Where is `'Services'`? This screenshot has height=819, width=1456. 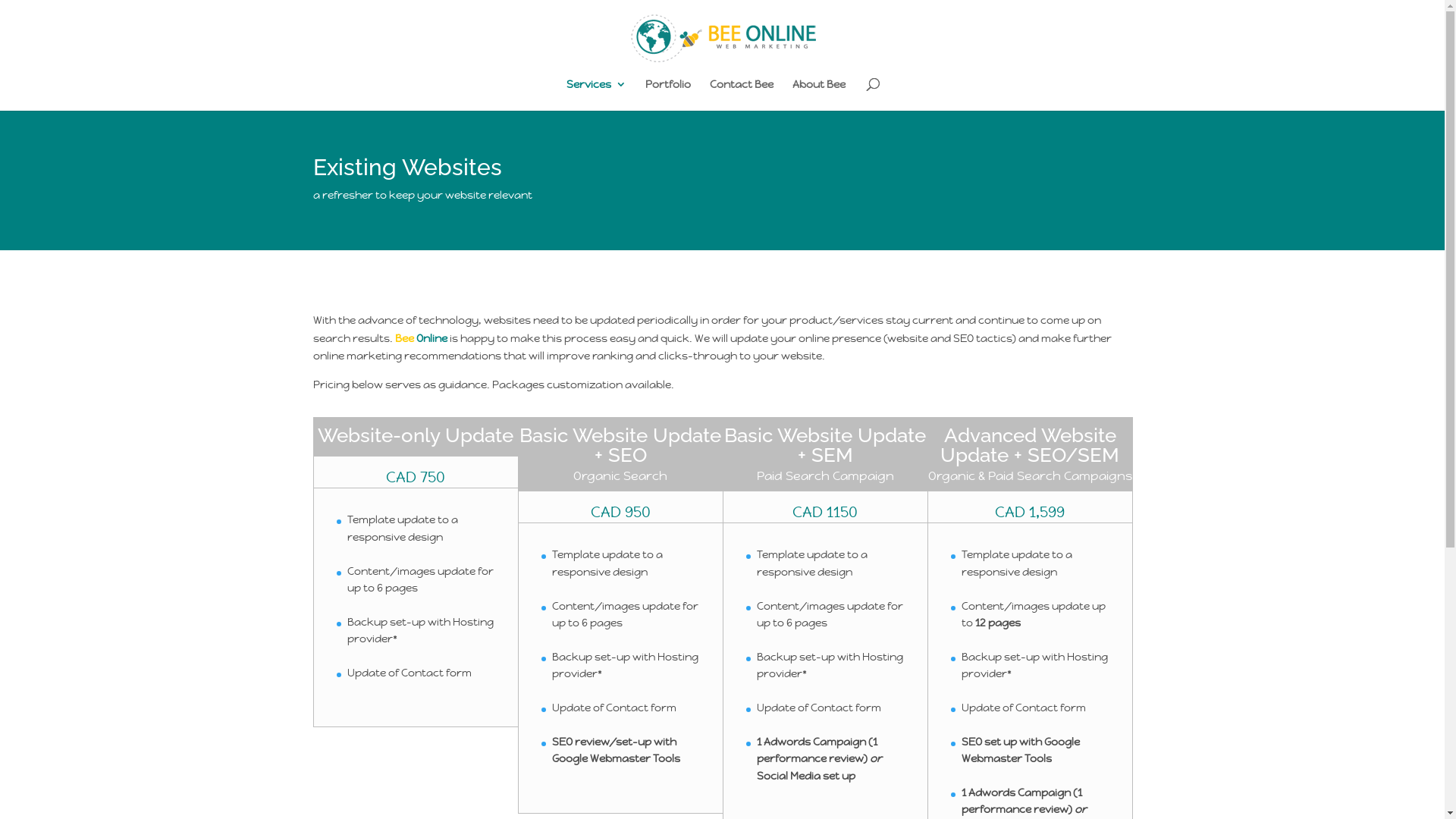 'Services' is located at coordinates (595, 94).